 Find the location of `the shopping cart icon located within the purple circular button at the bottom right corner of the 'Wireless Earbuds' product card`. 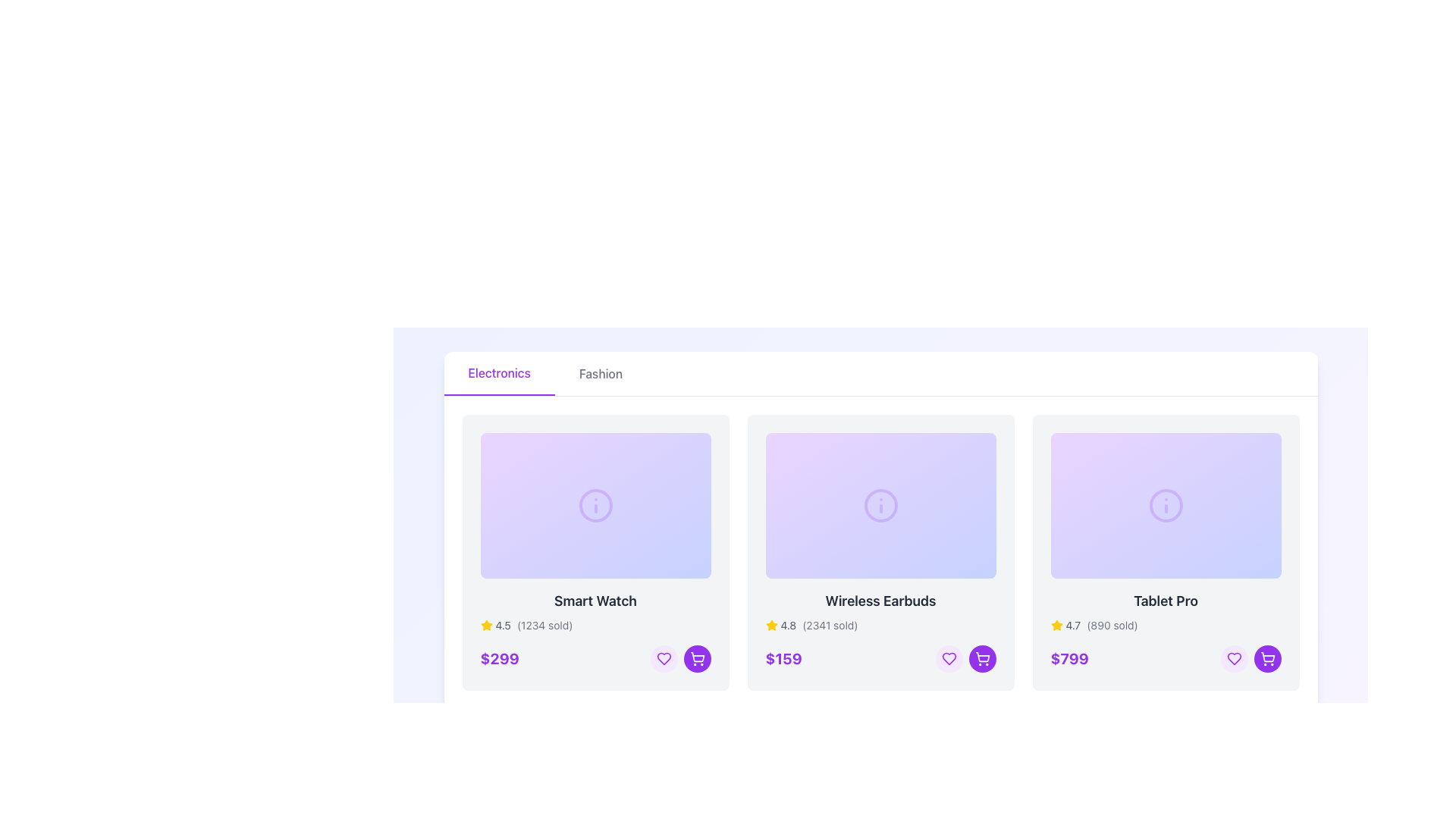

the shopping cart icon located within the purple circular button at the bottom right corner of the 'Wireless Earbuds' product card is located at coordinates (982, 656).